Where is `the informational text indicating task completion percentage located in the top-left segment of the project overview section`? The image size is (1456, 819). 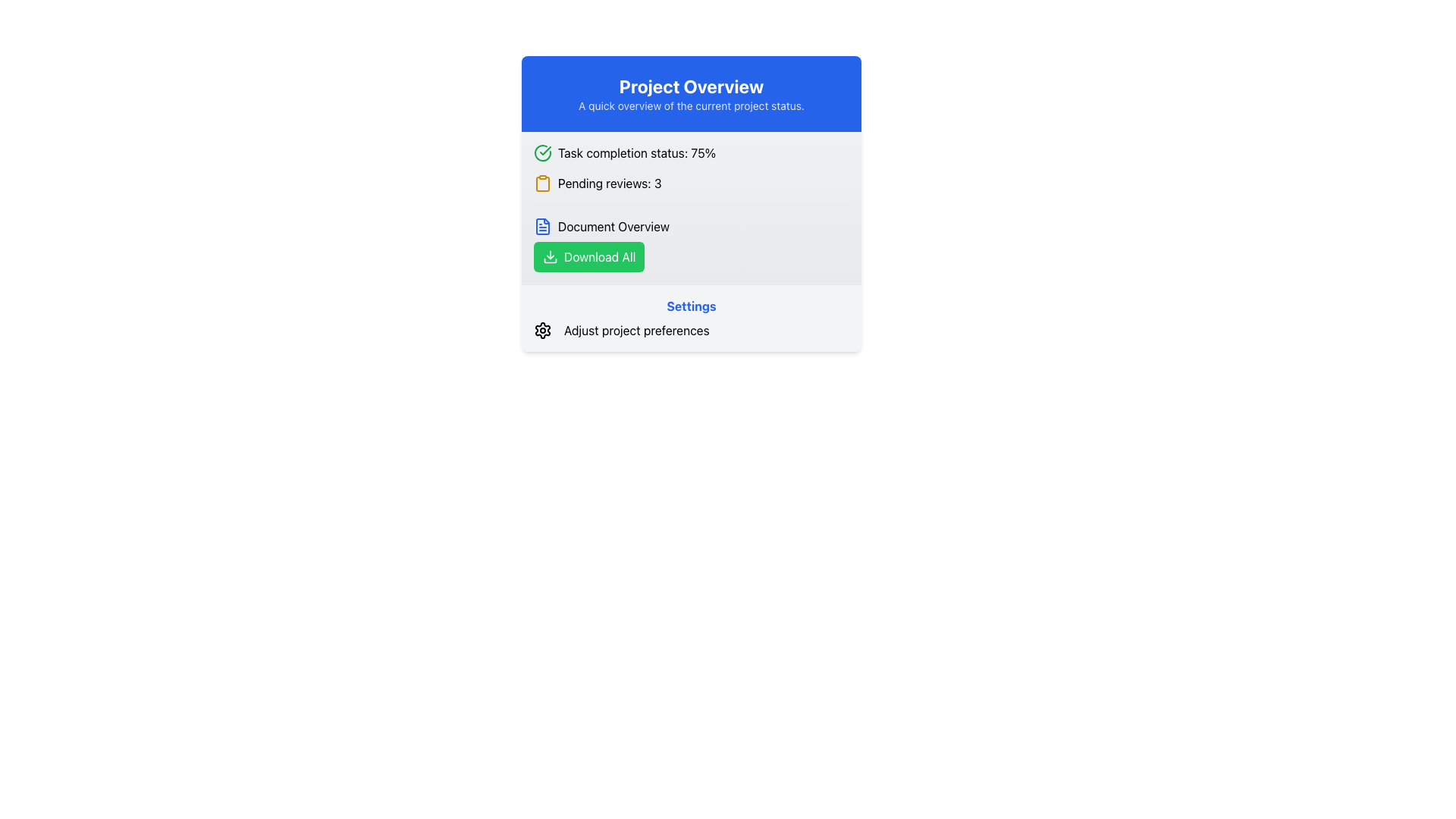
the informational text indicating task completion percentage located in the top-left segment of the project overview section is located at coordinates (691, 152).